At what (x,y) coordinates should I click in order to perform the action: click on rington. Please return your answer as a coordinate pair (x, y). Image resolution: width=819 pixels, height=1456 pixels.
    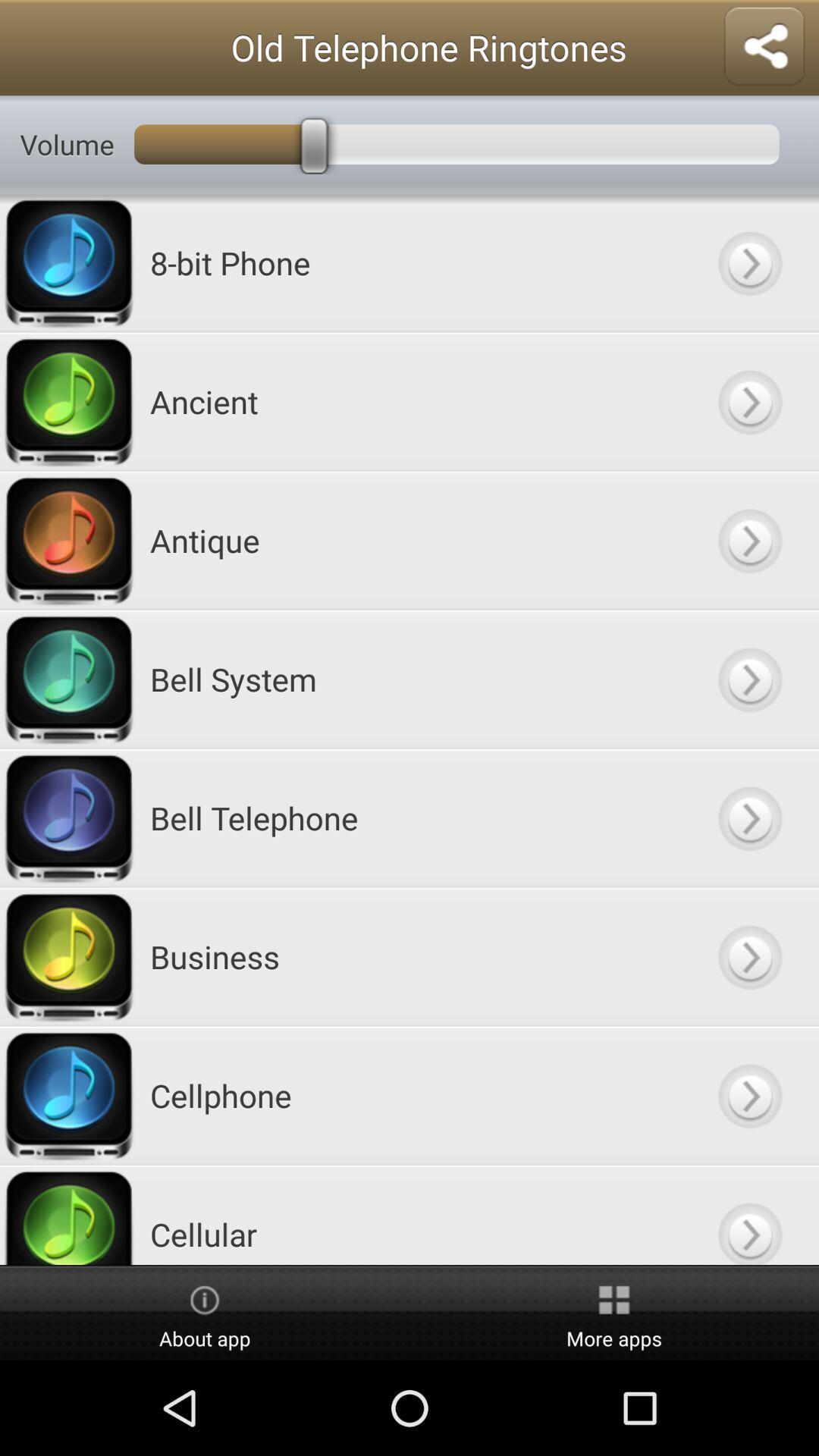
    Looking at the image, I should click on (748, 1095).